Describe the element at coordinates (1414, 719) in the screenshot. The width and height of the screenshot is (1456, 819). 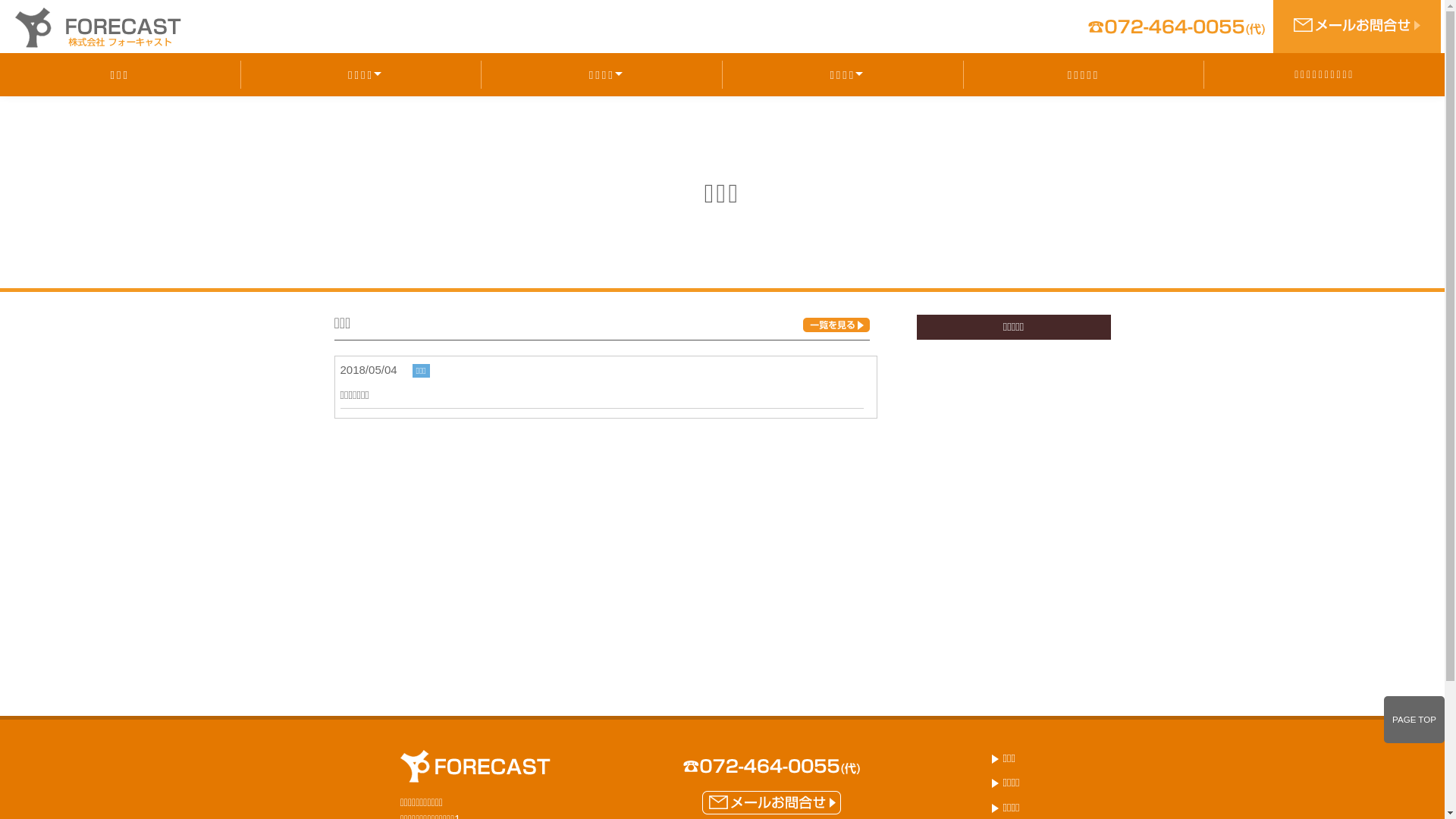
I see `'PAGE TOP'` at that location.